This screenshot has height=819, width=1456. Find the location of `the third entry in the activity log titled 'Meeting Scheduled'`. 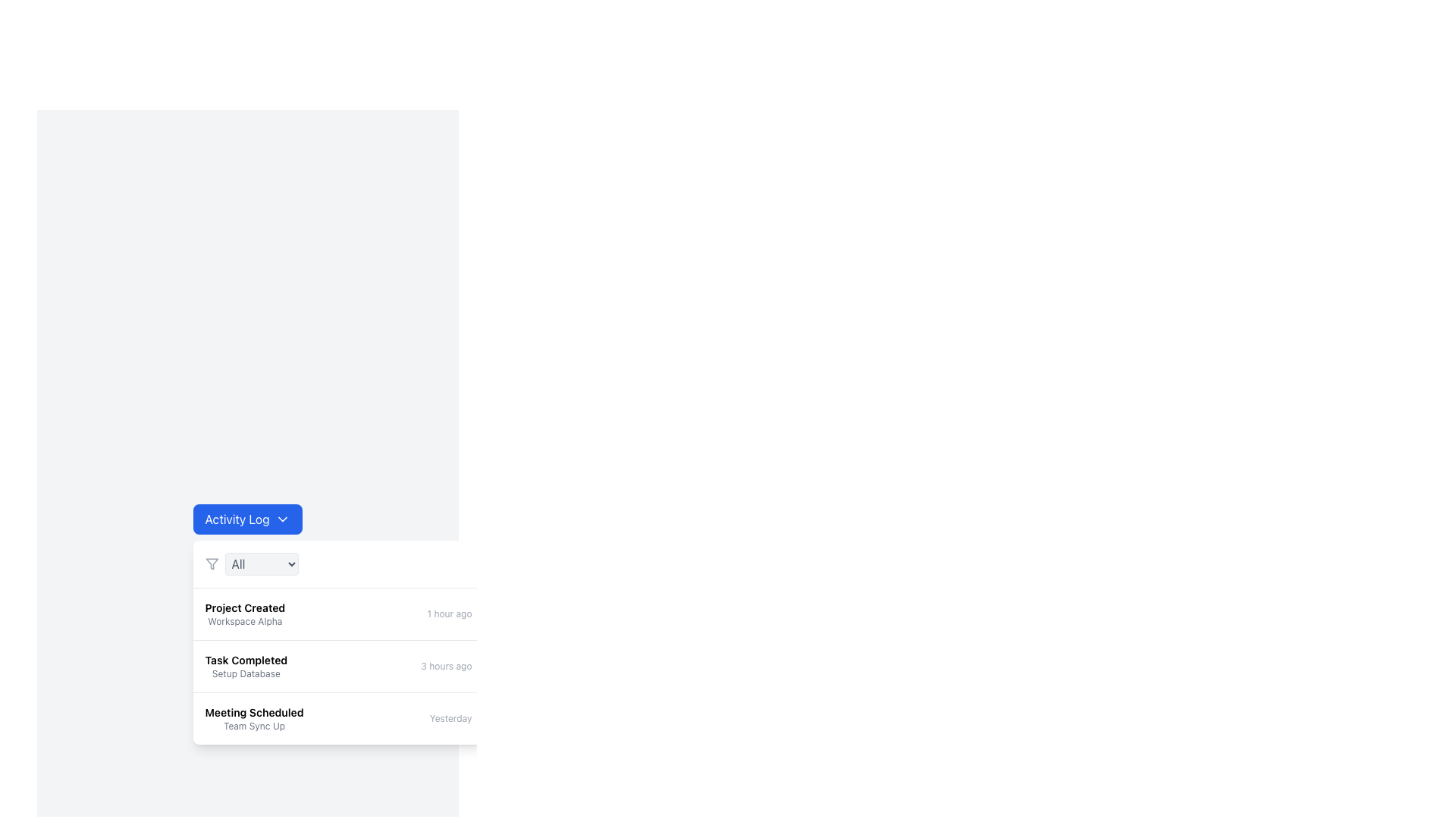

the third entry in the activity log titled 'Meeting Scheduled' is located at coordinates (254, 718).